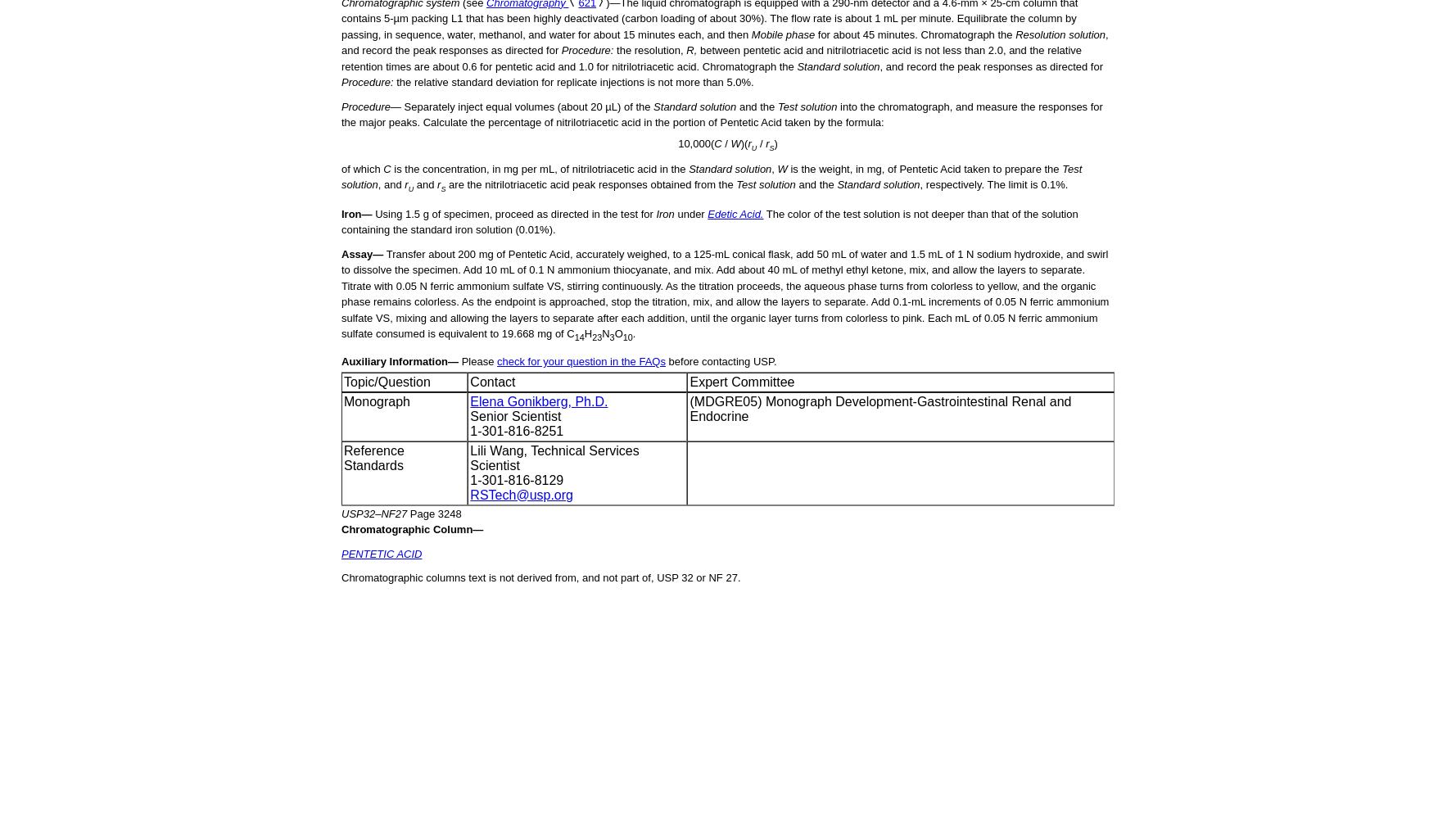 The width and height of the screenshot is (1456, 819). Describe the element at coordinates (370, 106) in the screenshot. I see `'Procedure—'` at that location.